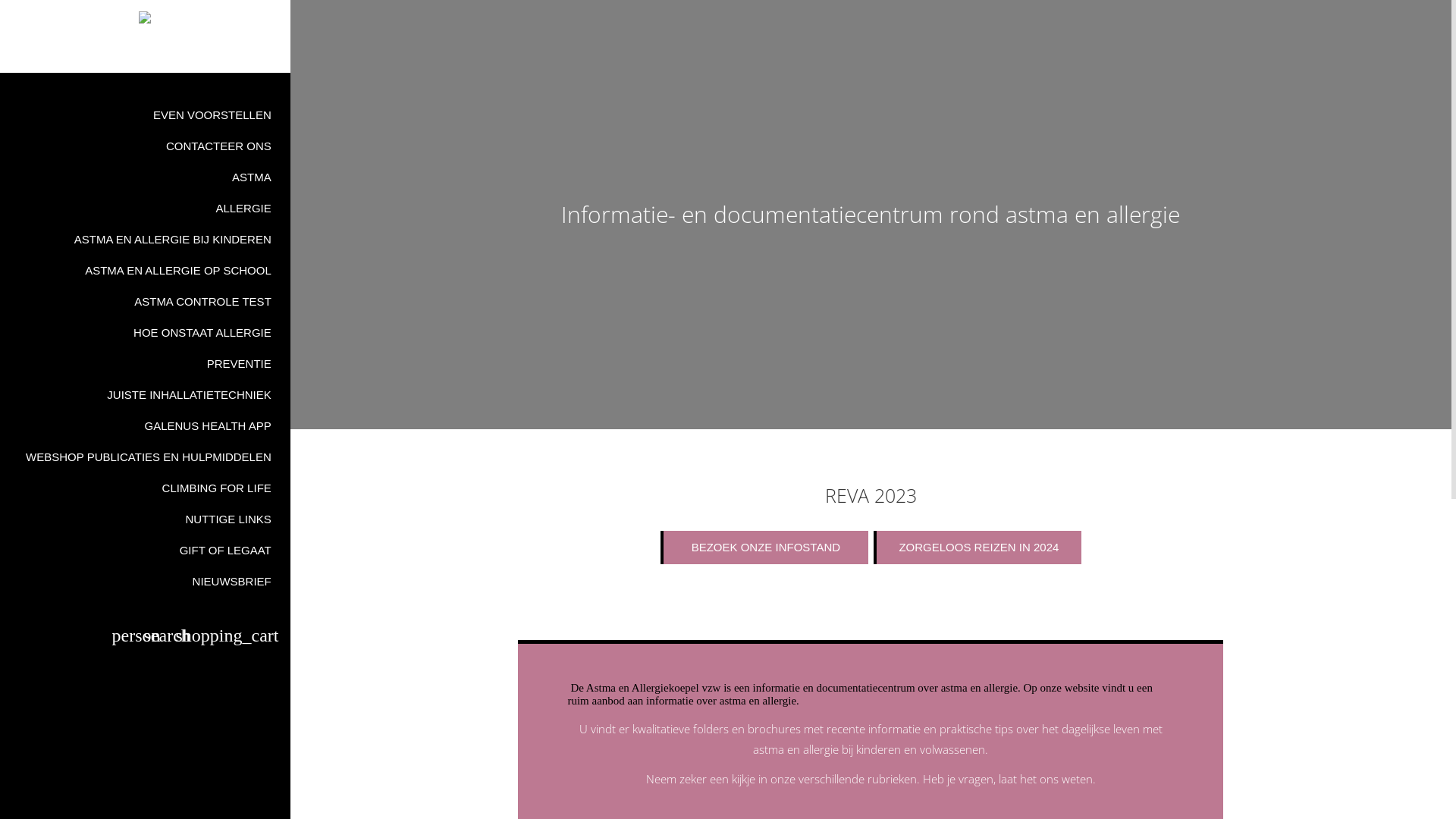 Image resolution: width=1456 pixels, height=819 pixels. I want to click on 'ASTMA EN ALLERGIE OP SCHOOL', so click(145, 269).